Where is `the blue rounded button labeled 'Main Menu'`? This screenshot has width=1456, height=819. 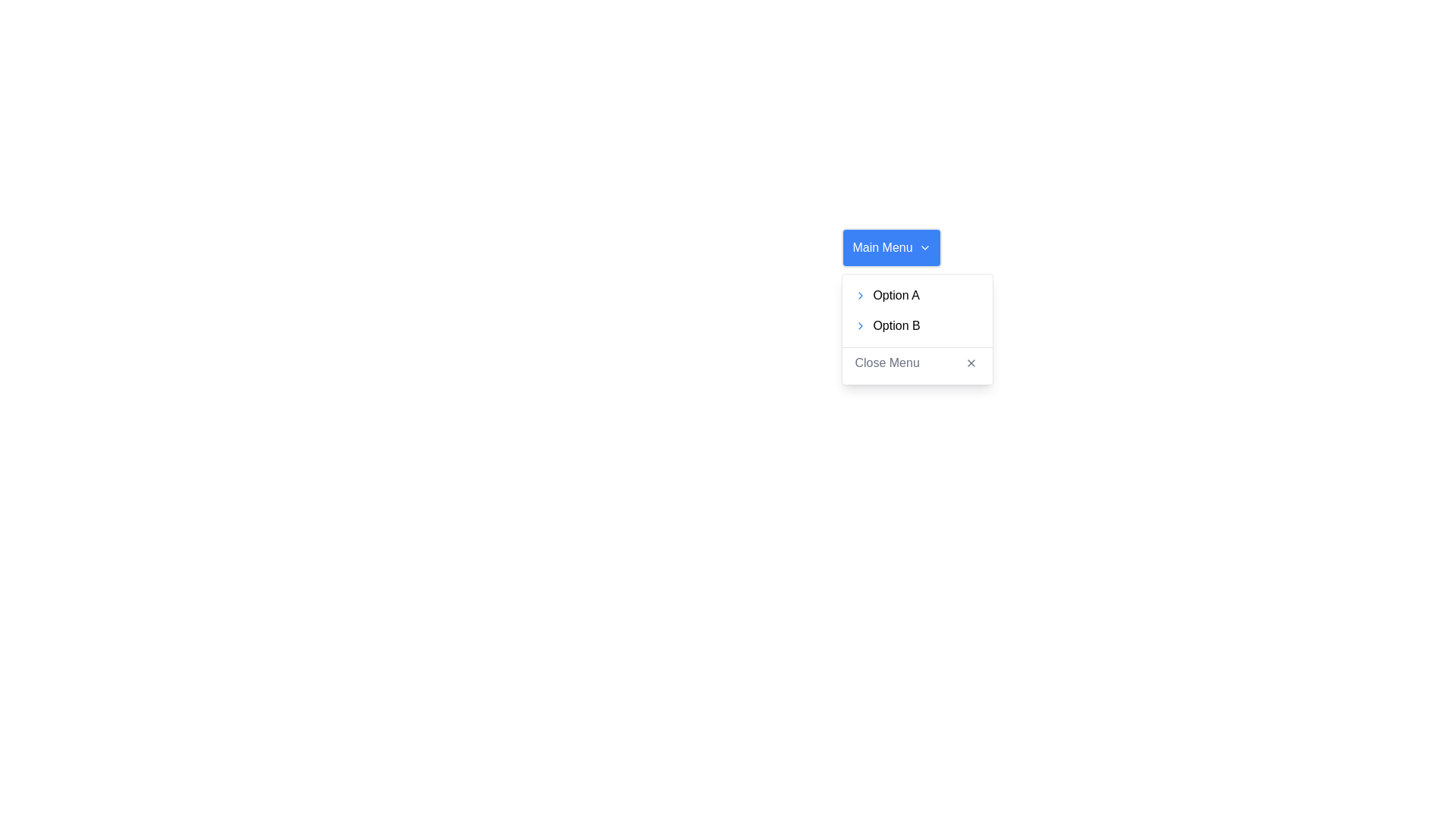
the blue rounded button labeled 'Main Menu' is located at coordinates (892, 247).